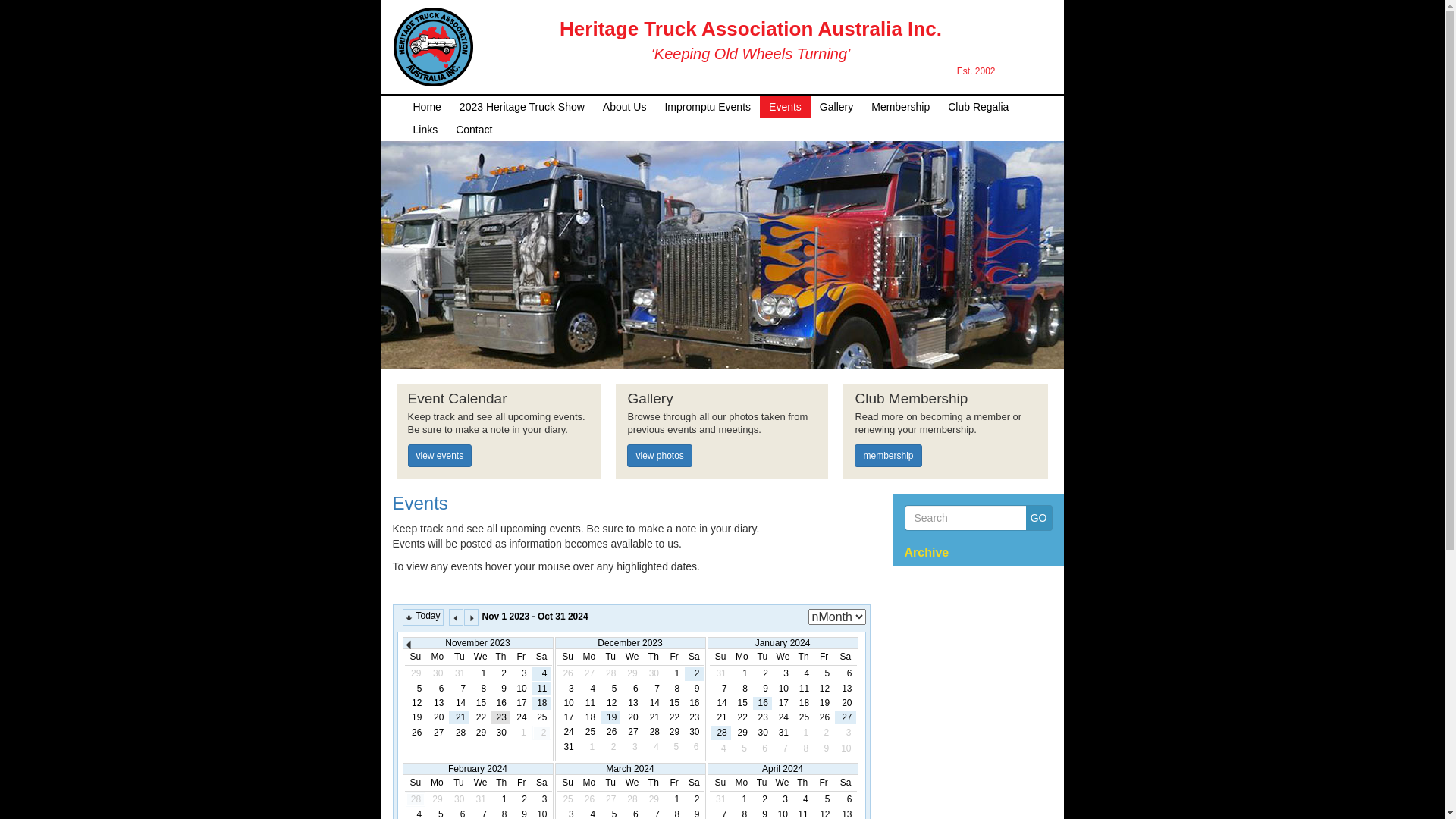 Image resolution: width=1456 pixels, height=819 pixels. I want to click on '6', so click(436, 689).